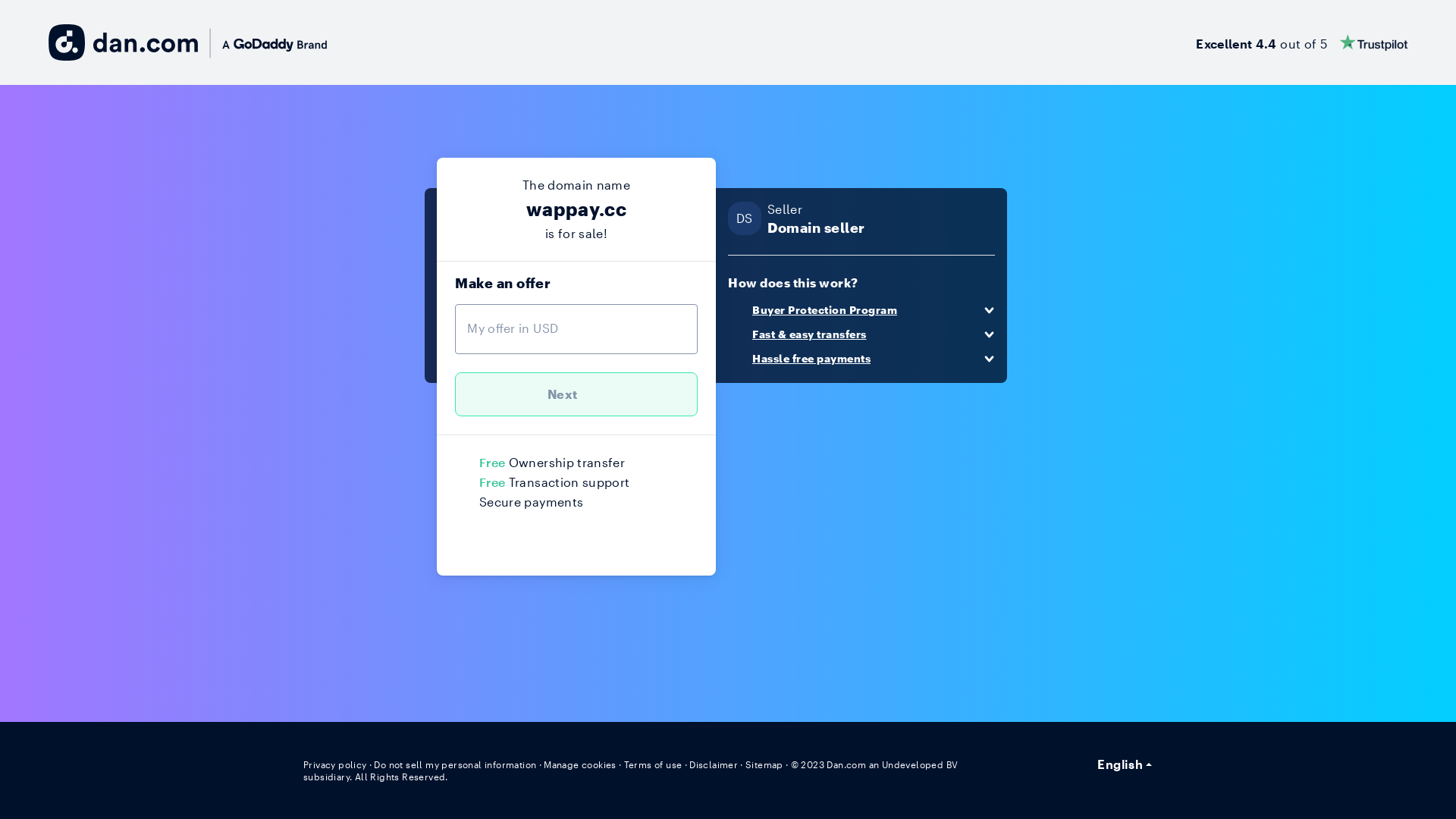 The width and height of the screenshot is (1456, 819). I want to click on 'Next, so click(575, 394).